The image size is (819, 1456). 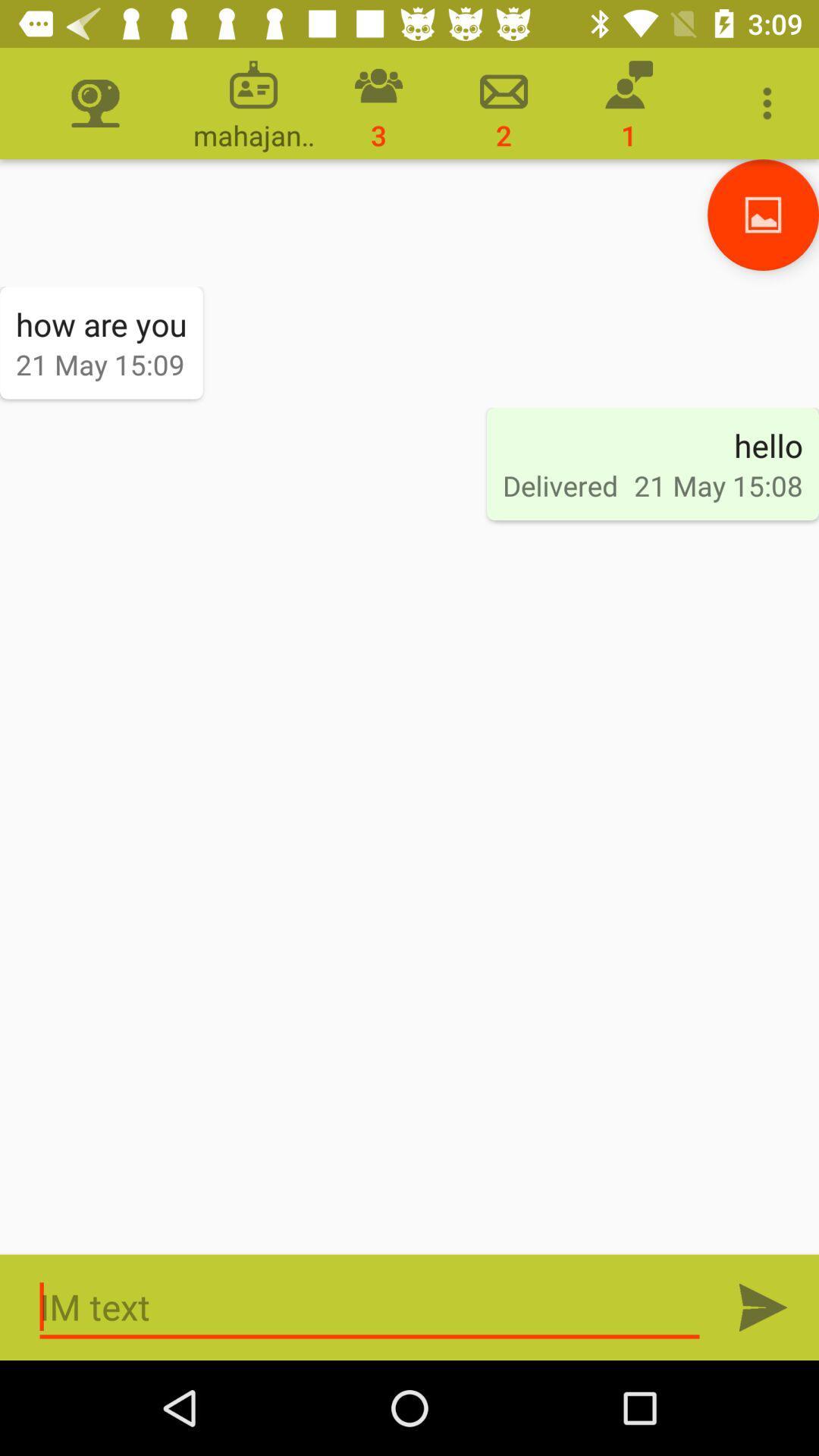 I want to click on the second icon from top right corner, so click(x=629, y=102).